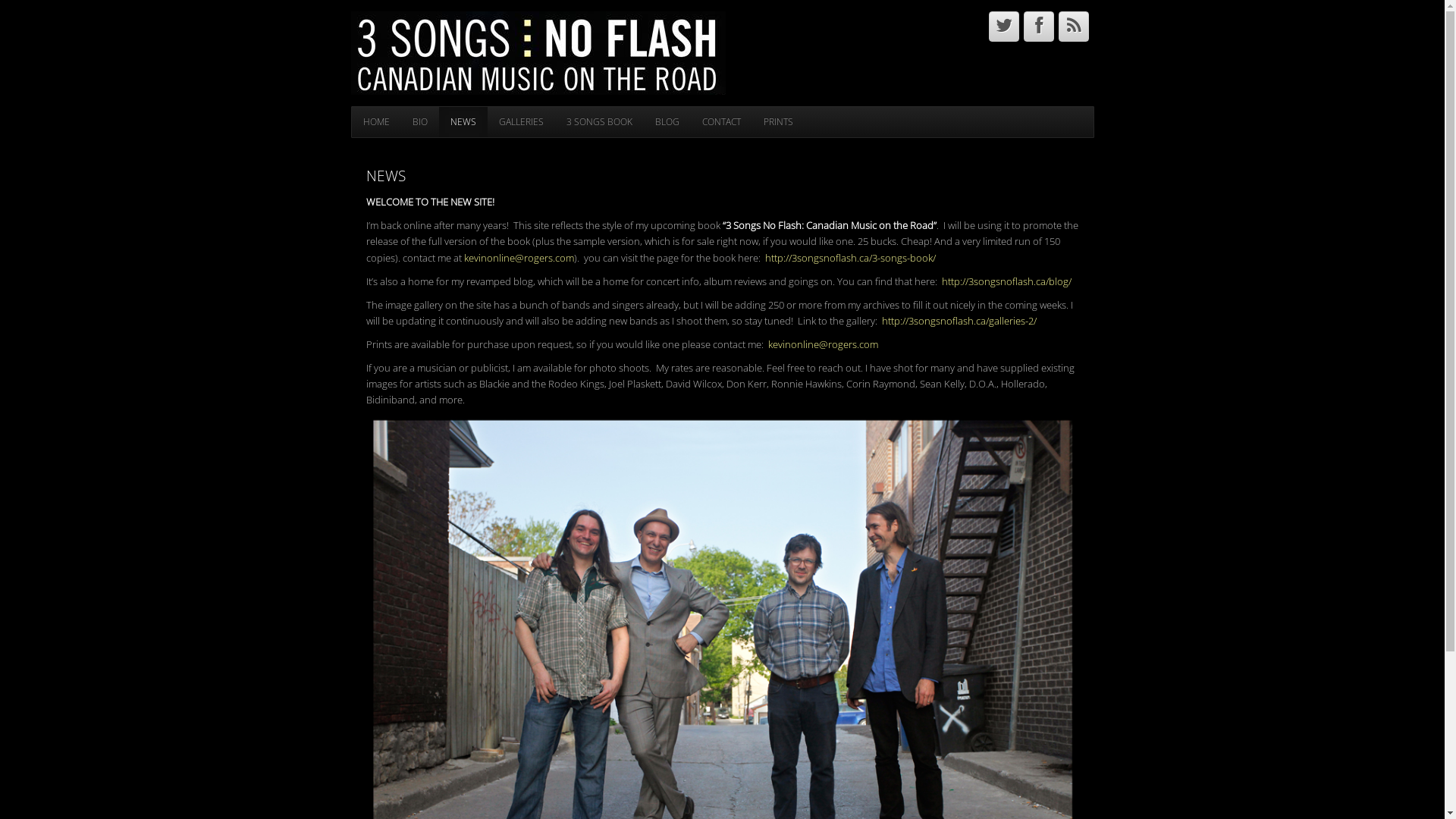 The height and width of the screenshot is (819, 1456). What do you see at coordinates (376, 121) in the screenshot?
I see `'HOME'` at bounding box center [376, 121].